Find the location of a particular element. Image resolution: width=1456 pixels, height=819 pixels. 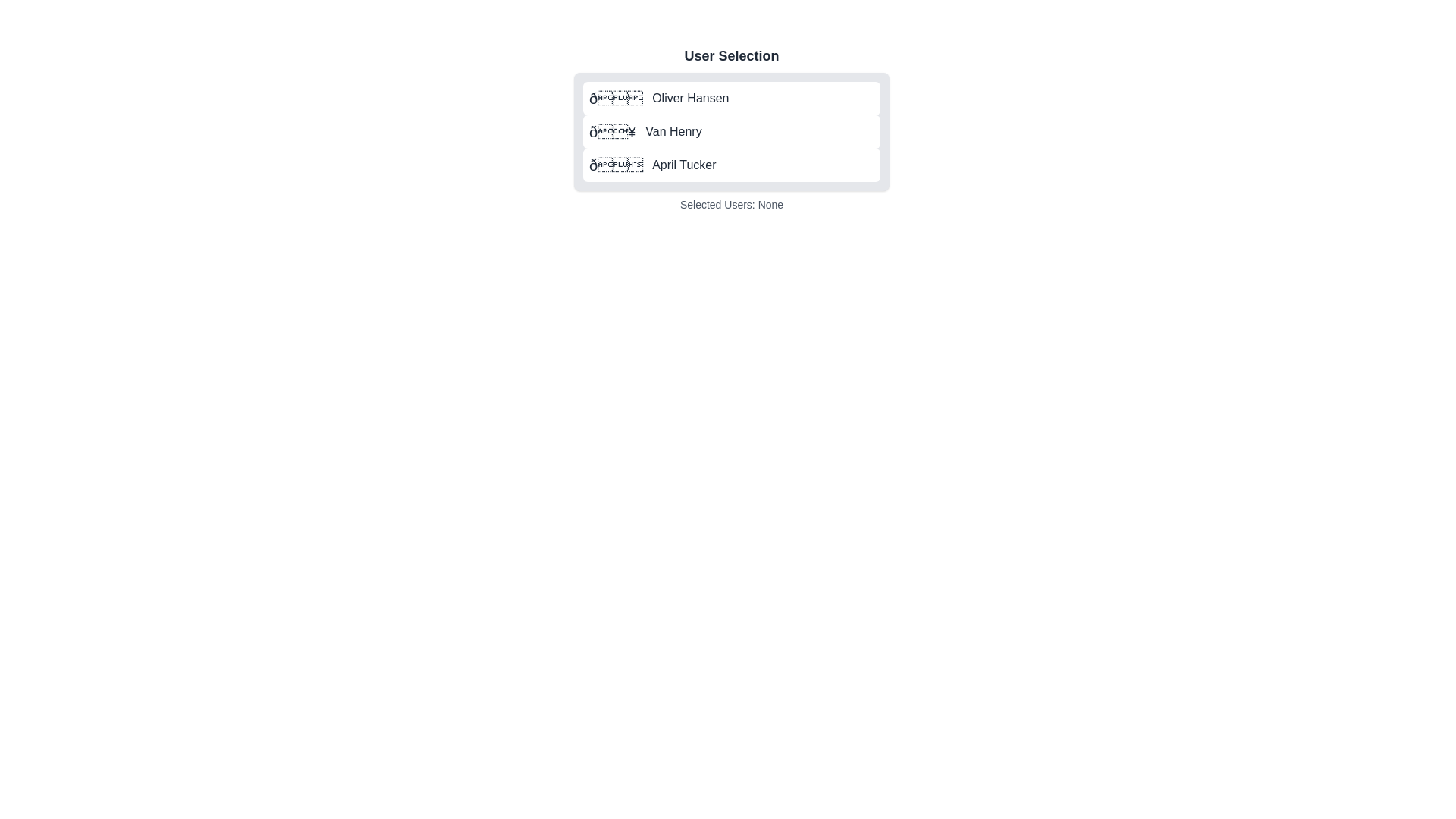

the flame emoji styled with 'text-xl' class, which is positioned as a prefix to the name 'Van Henry' in the interface is located at coordinates (613, 130).